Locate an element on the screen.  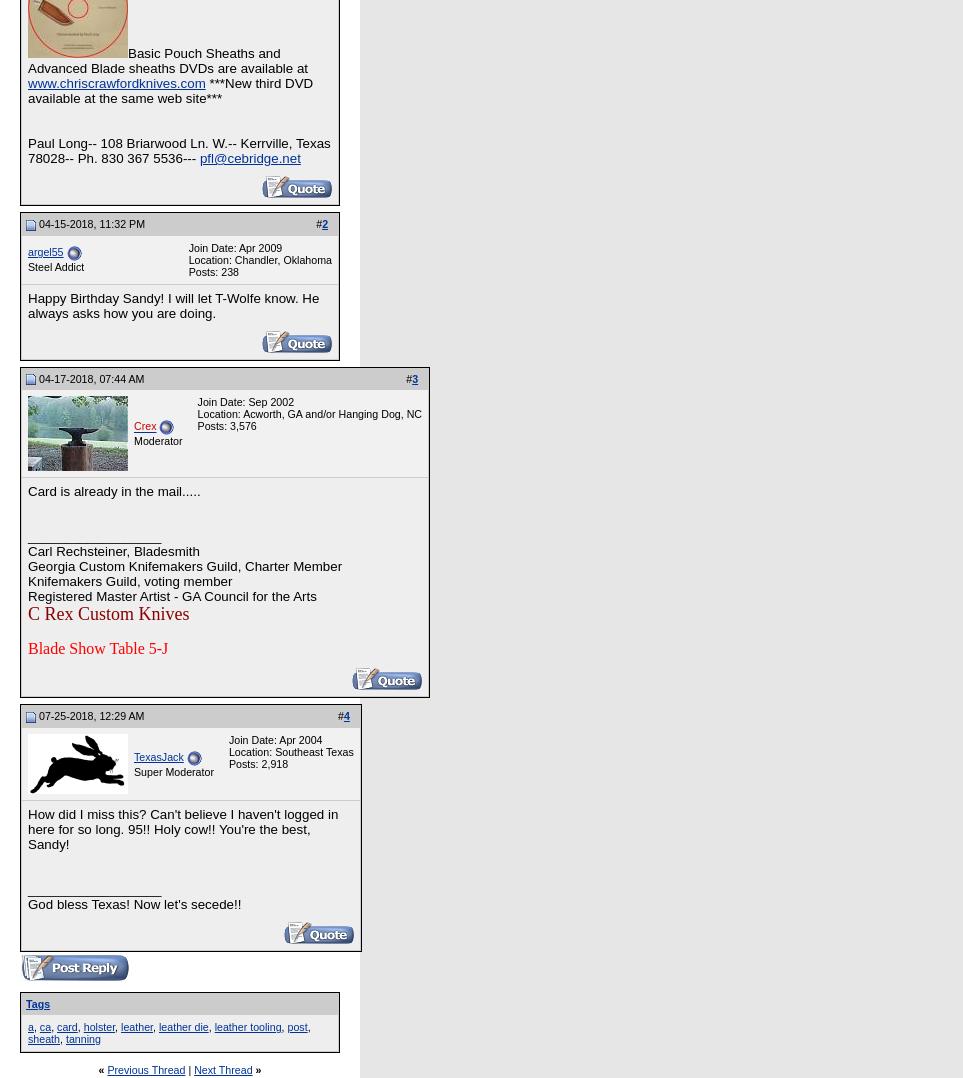
'Carl Rechsteiner, Bladesmith' is located at coordinates (27, 550).